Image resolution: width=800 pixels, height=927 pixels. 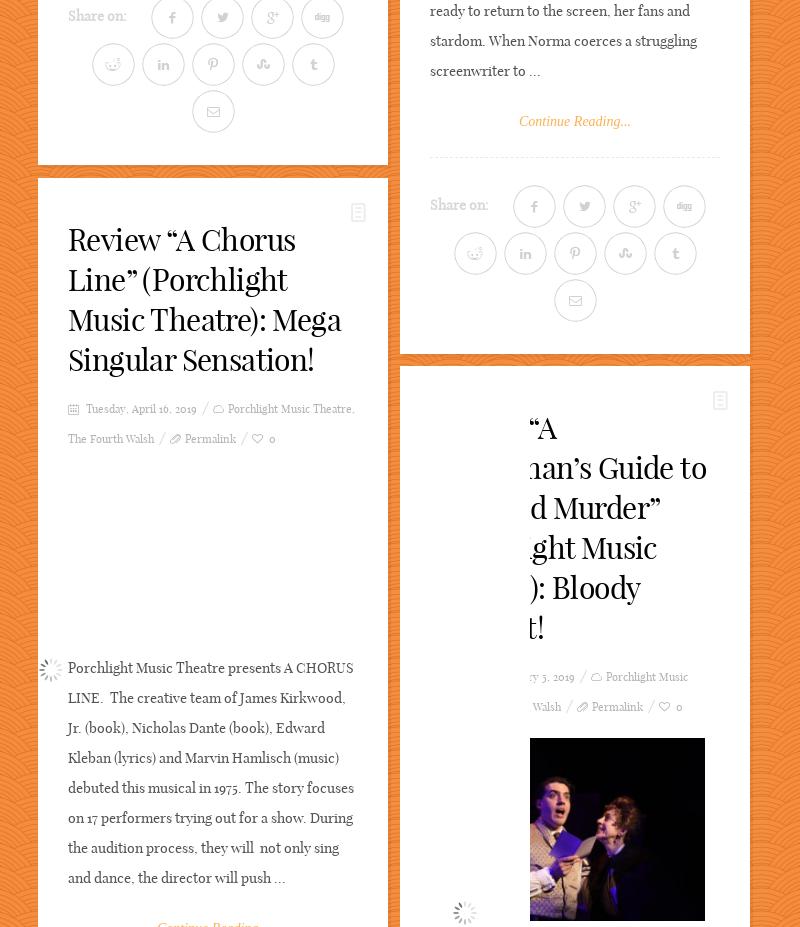 I want to click on 'Review “A Gentleman’s Guide to Love and Murder” (Porchlight Music Theatre): Bloody Brilliant!', so click(x=430, y=528).